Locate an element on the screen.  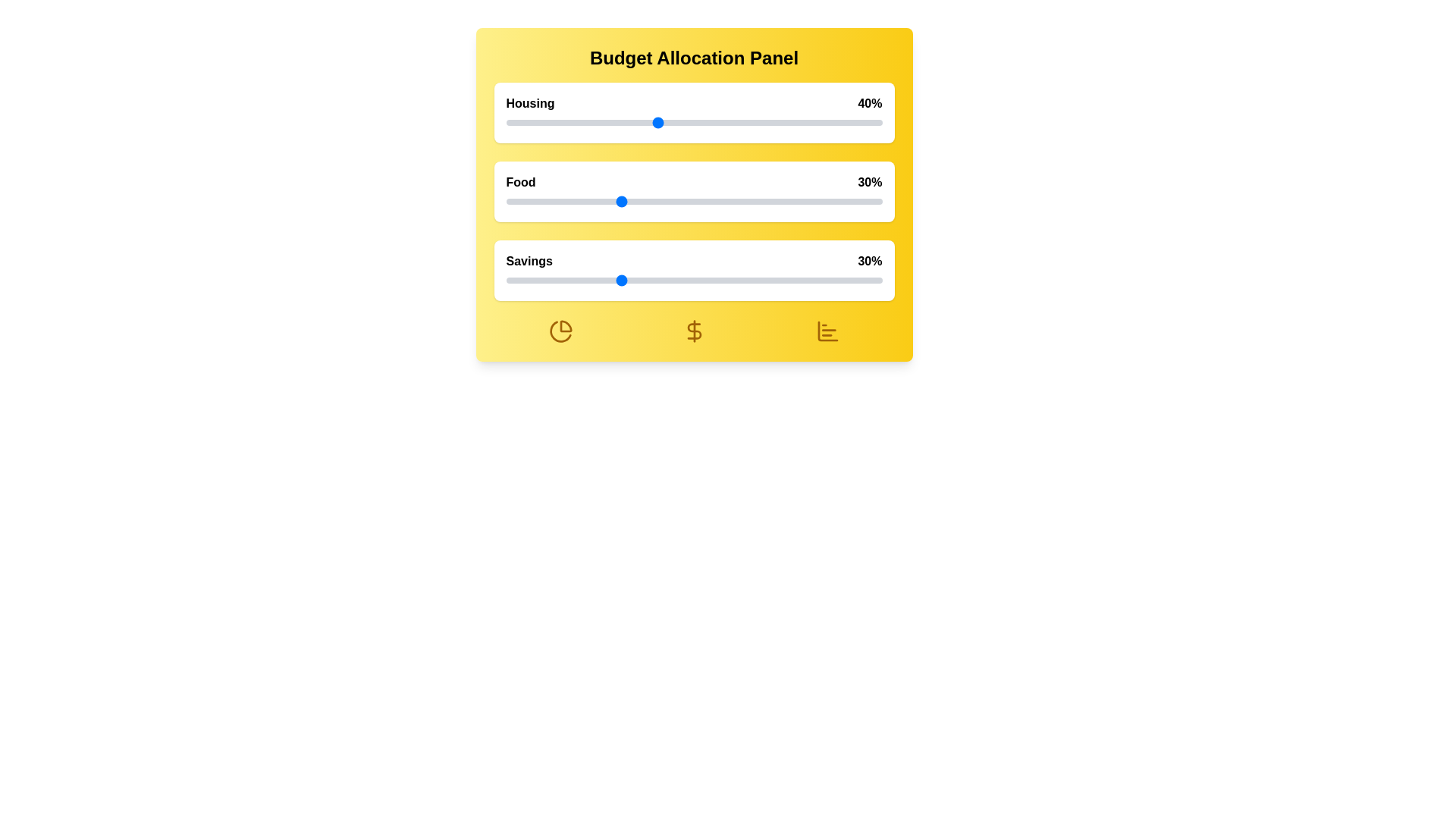
the housing budget allocation is located at coordinates (521, 122).